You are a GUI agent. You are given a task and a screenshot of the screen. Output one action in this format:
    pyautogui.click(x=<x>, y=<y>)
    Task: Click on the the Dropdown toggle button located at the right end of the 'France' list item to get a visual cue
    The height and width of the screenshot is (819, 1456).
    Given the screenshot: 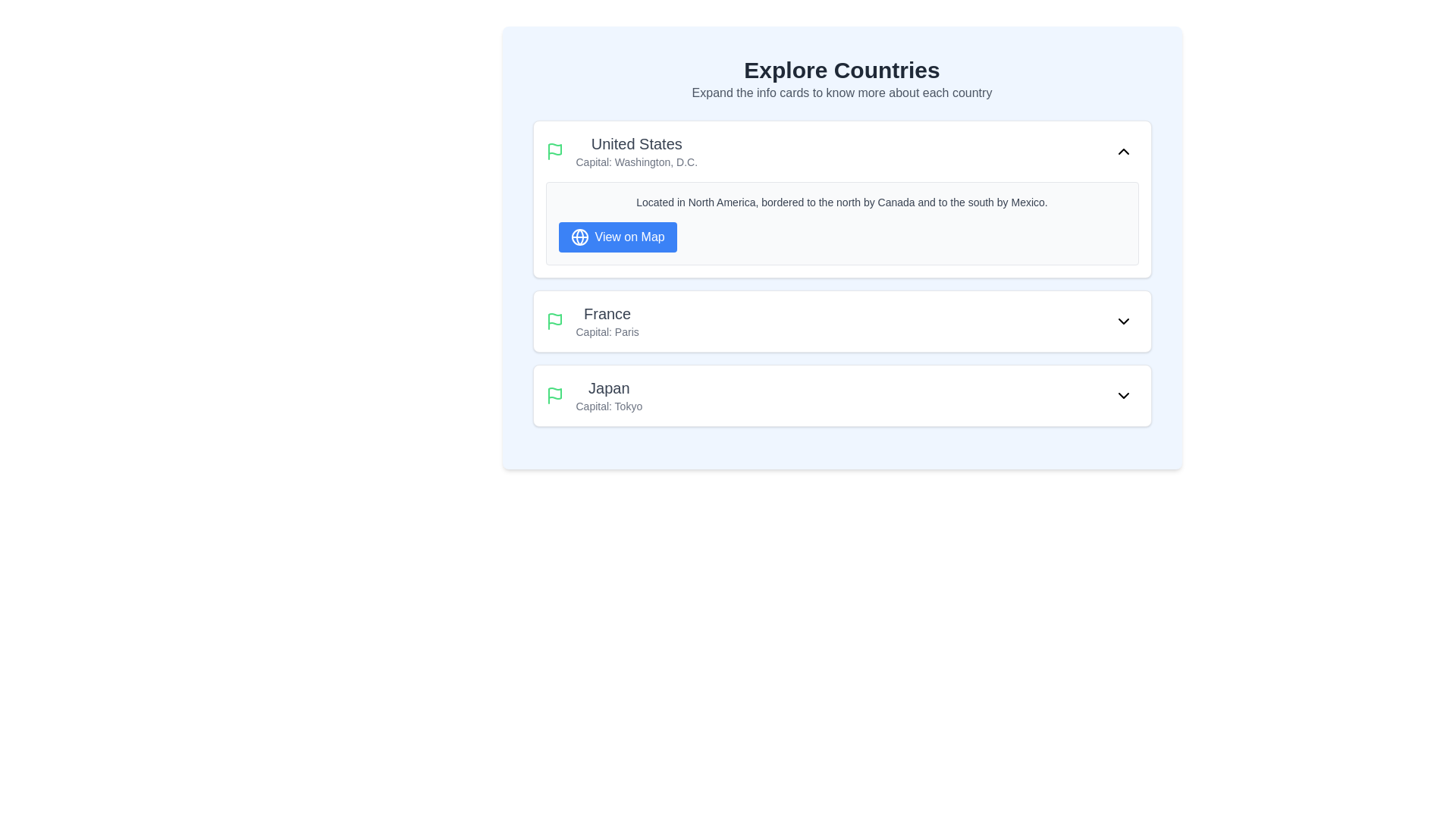 What is the action you would take?
    pyautogui.click(x=1123, y=321)
    